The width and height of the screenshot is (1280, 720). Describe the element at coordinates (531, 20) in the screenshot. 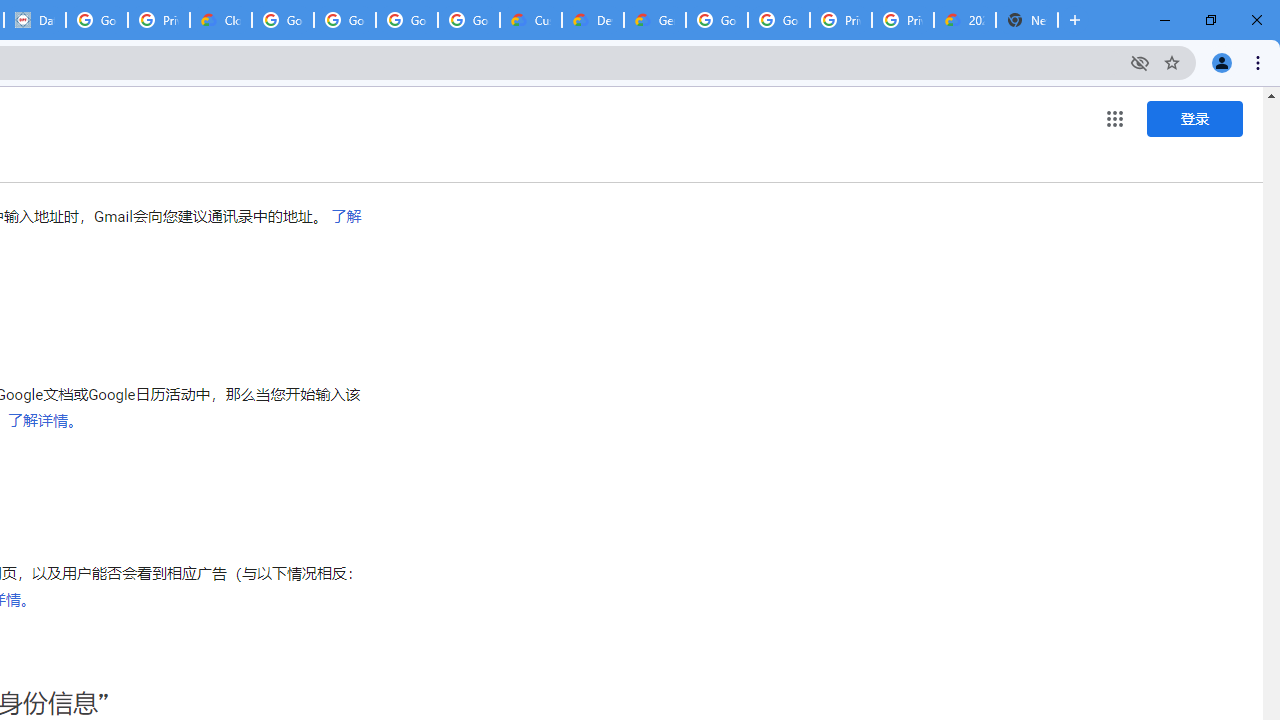

I see `'Customer Care | Google Cloud'` at that location.